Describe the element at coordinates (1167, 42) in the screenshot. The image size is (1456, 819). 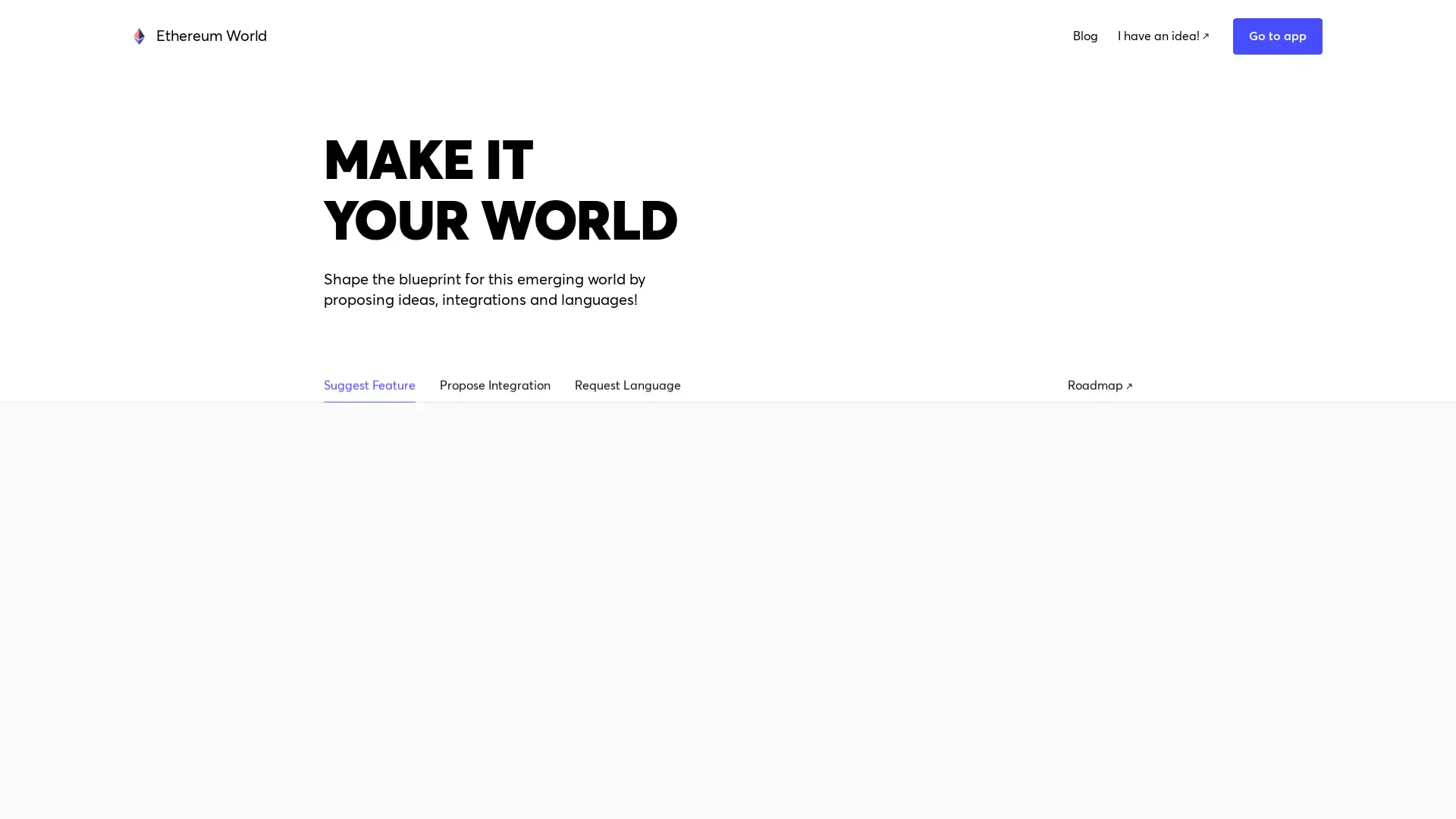
I see `Go to app` at that location.